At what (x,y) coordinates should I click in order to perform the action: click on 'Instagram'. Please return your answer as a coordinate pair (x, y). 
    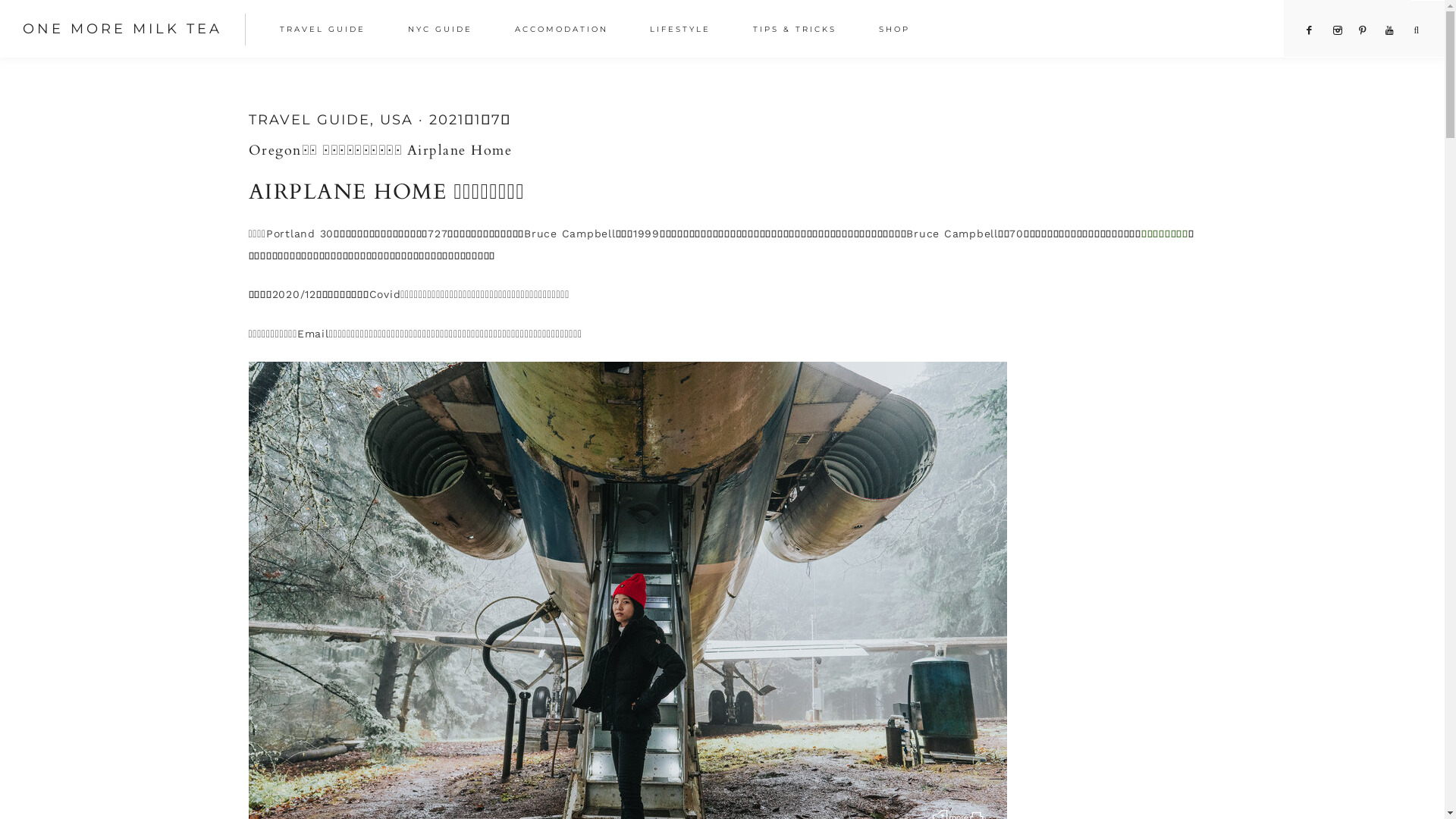
    Looking at the image, I should click on (1337, 30).